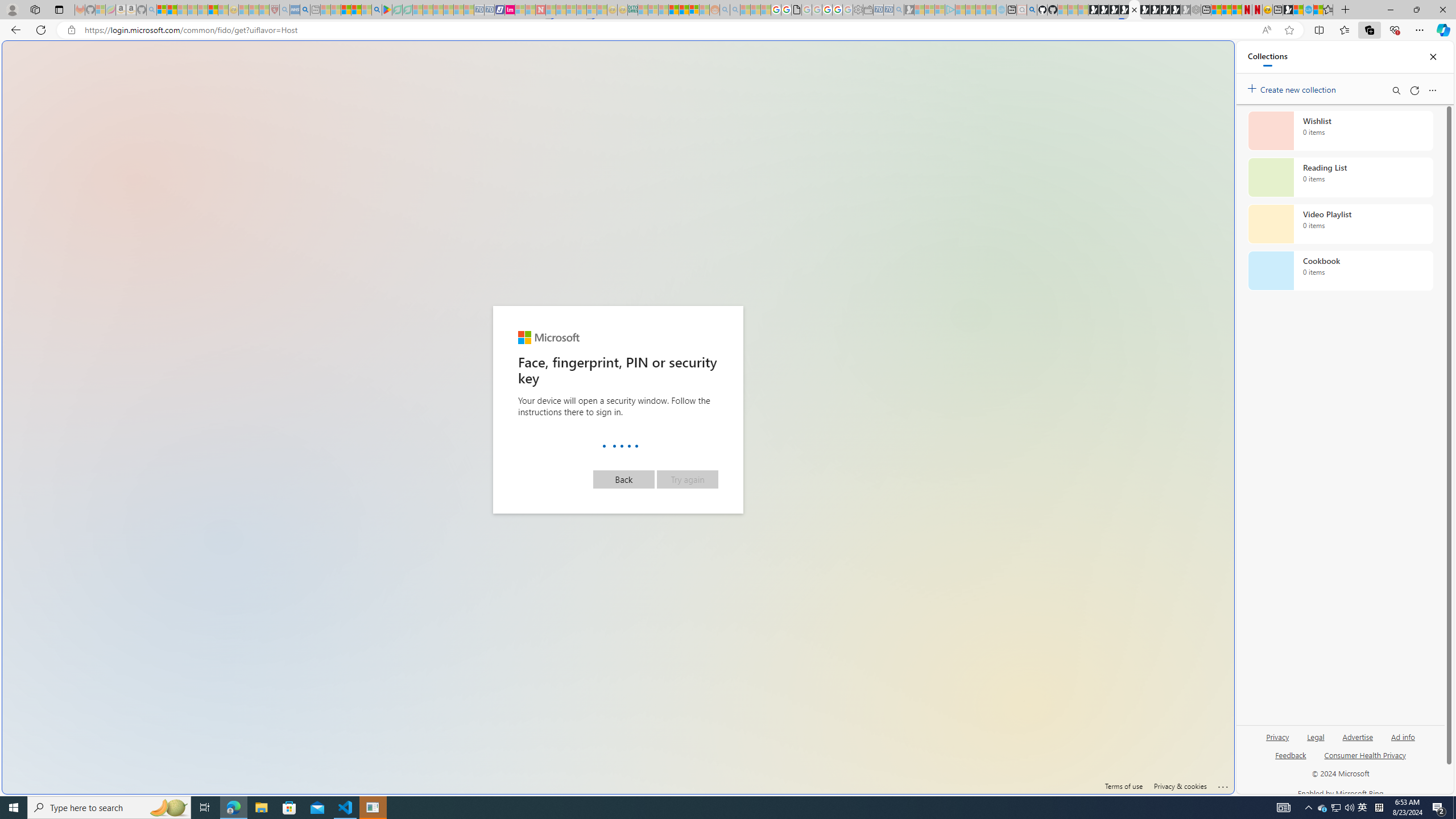  I want to click on 'github - Search', so click(1032, 9).